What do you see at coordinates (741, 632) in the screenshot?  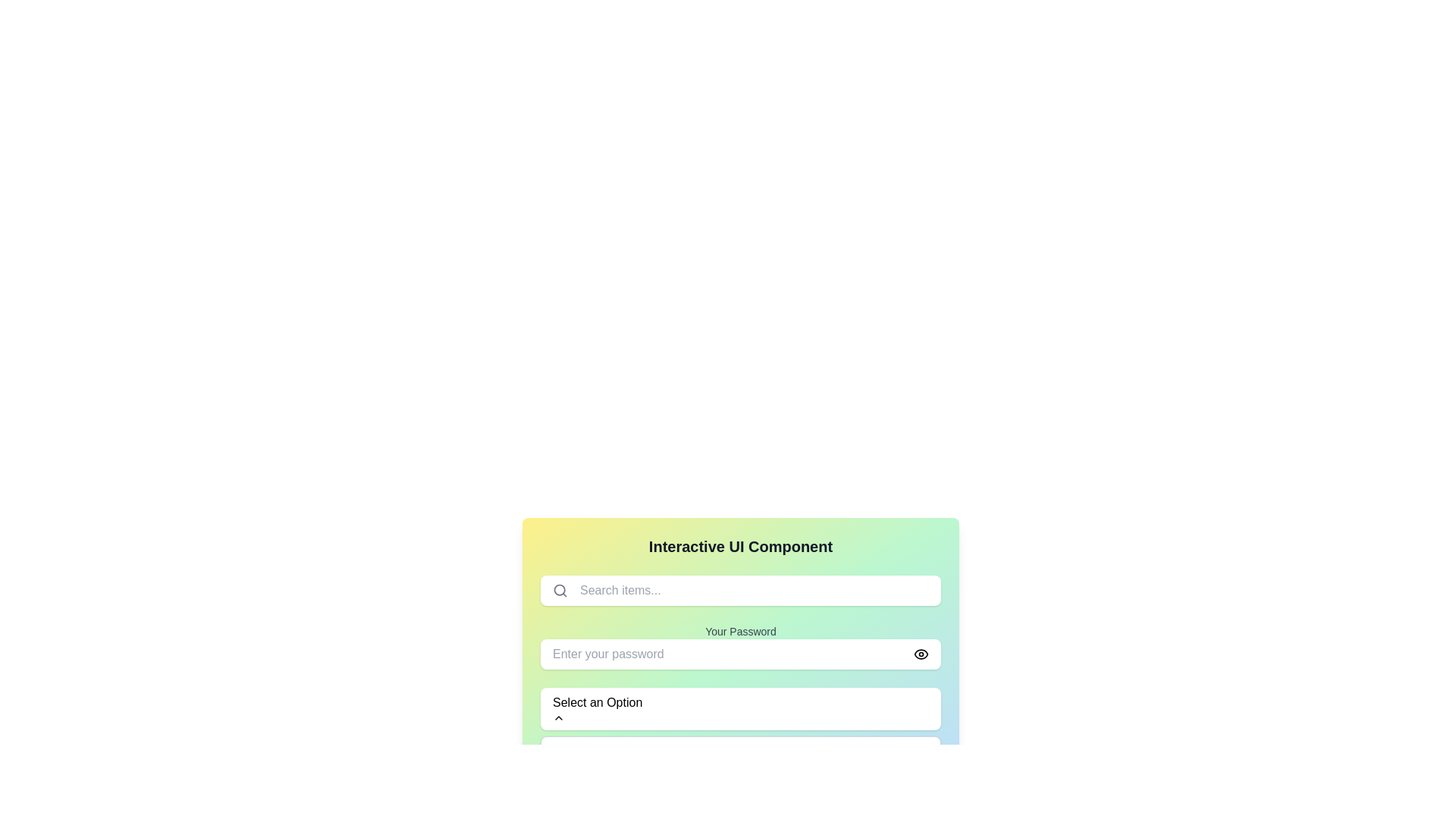 I see `the text label reading 'Your Password' which is styled in gray color and located above the password input field` at bounding box center [741, 632].